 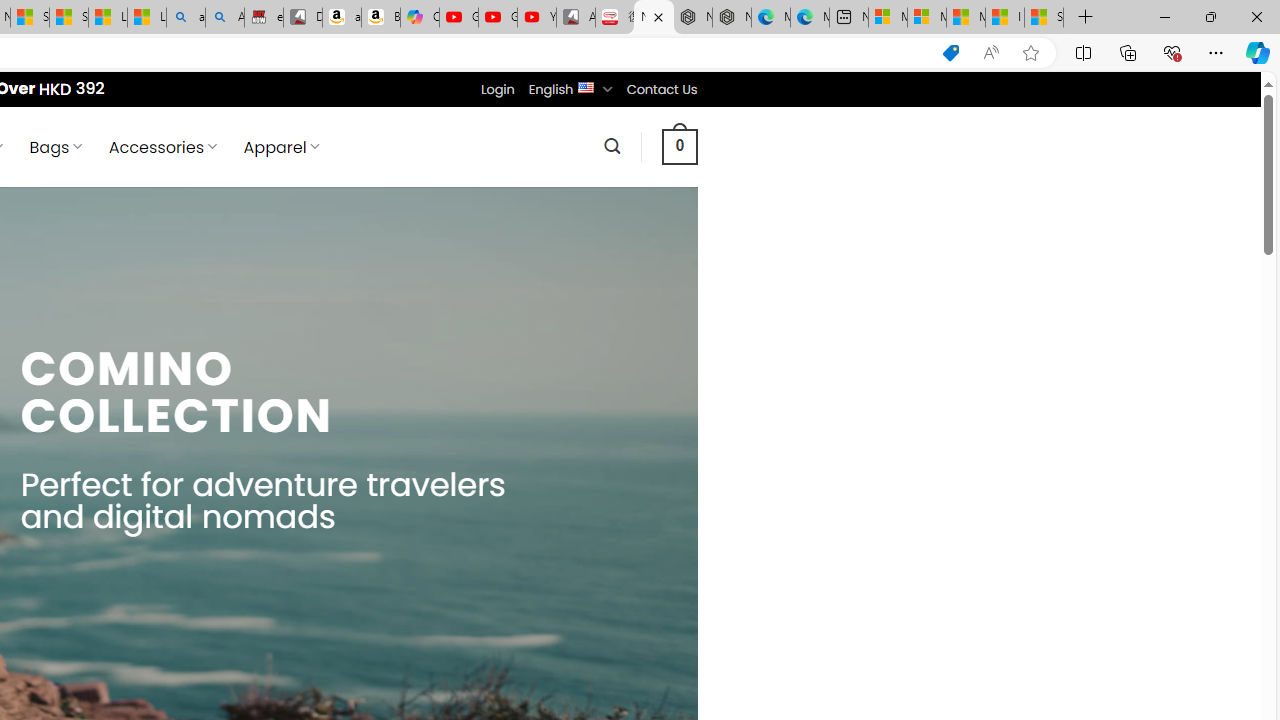 I want to click on 'Nordace - Comino Collection', so click(x=654, y=17).